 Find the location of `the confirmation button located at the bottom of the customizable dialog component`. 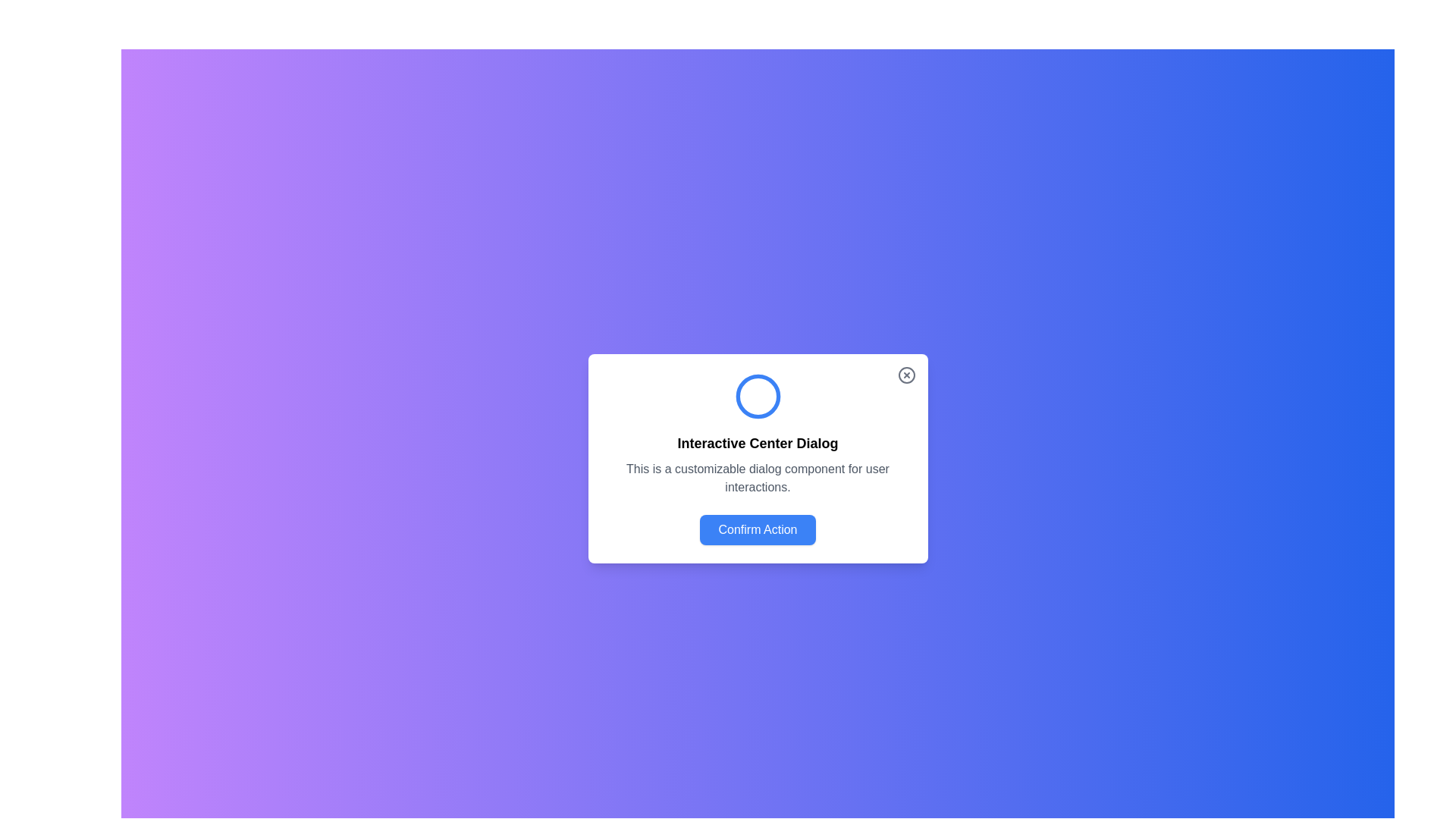

the confirmation button located at the bottom of the customizable dialog component is located at coordinates (758, 529).